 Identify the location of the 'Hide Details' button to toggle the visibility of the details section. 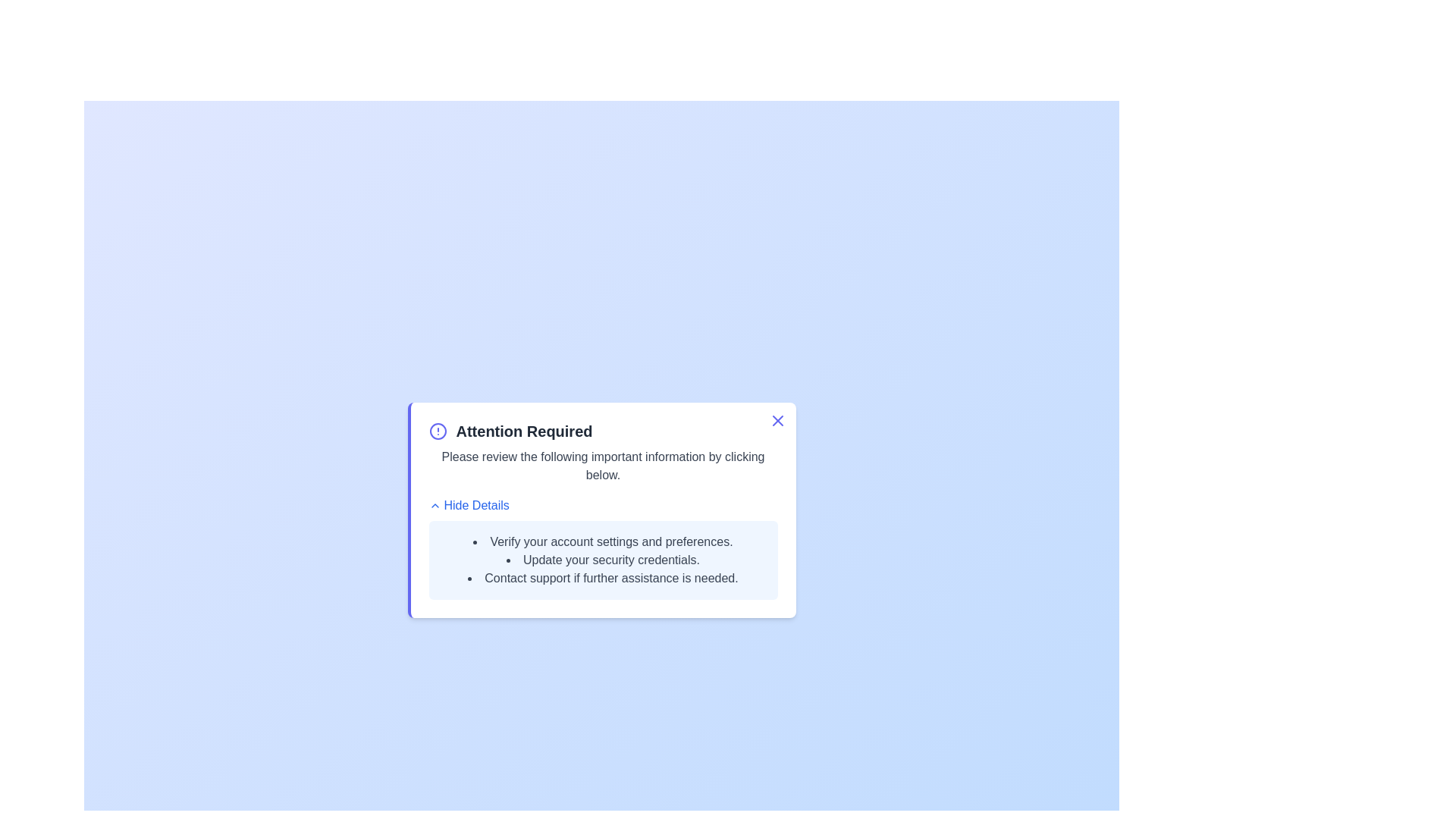
(468, 506).